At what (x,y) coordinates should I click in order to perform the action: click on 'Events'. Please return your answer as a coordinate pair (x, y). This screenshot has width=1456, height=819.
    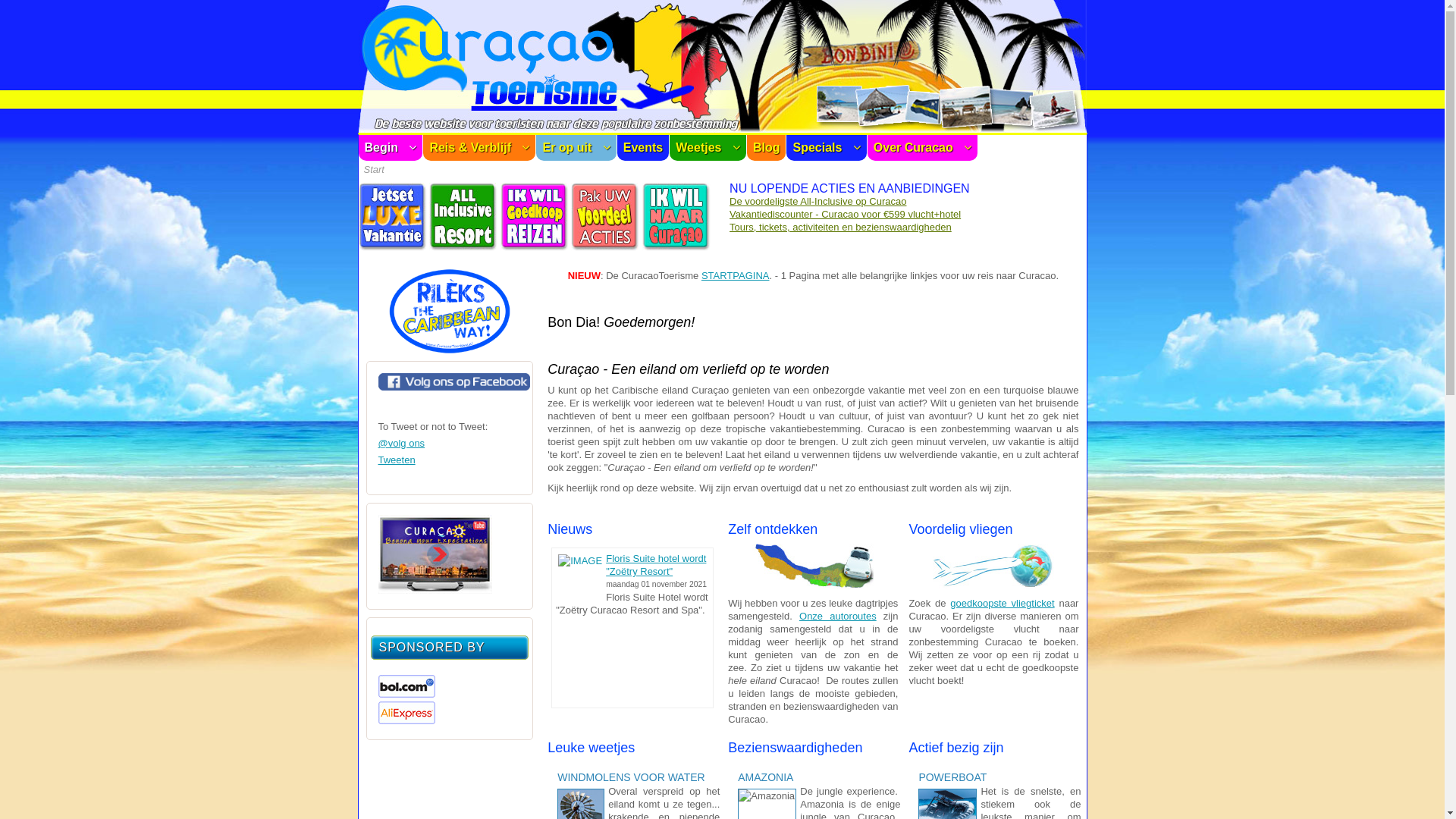
    Looking at the image, I should click on (617, 148).